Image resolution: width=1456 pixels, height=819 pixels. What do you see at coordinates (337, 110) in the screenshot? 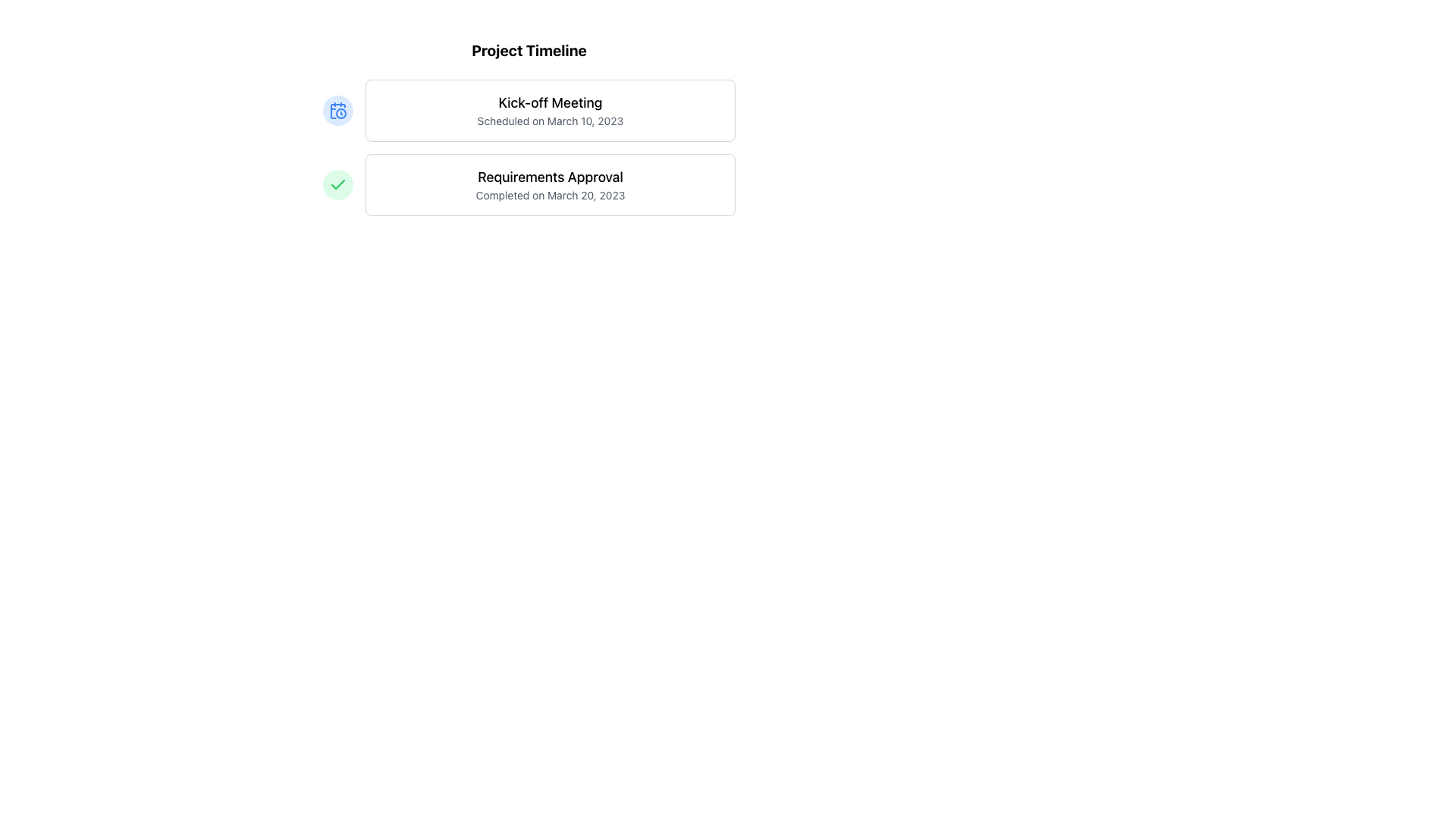
I see `the calendar and clock icon within the blue circular background, located in the timeline interface next to the 'Kick-off Meeting' entry` at bounding box center [337, 110].